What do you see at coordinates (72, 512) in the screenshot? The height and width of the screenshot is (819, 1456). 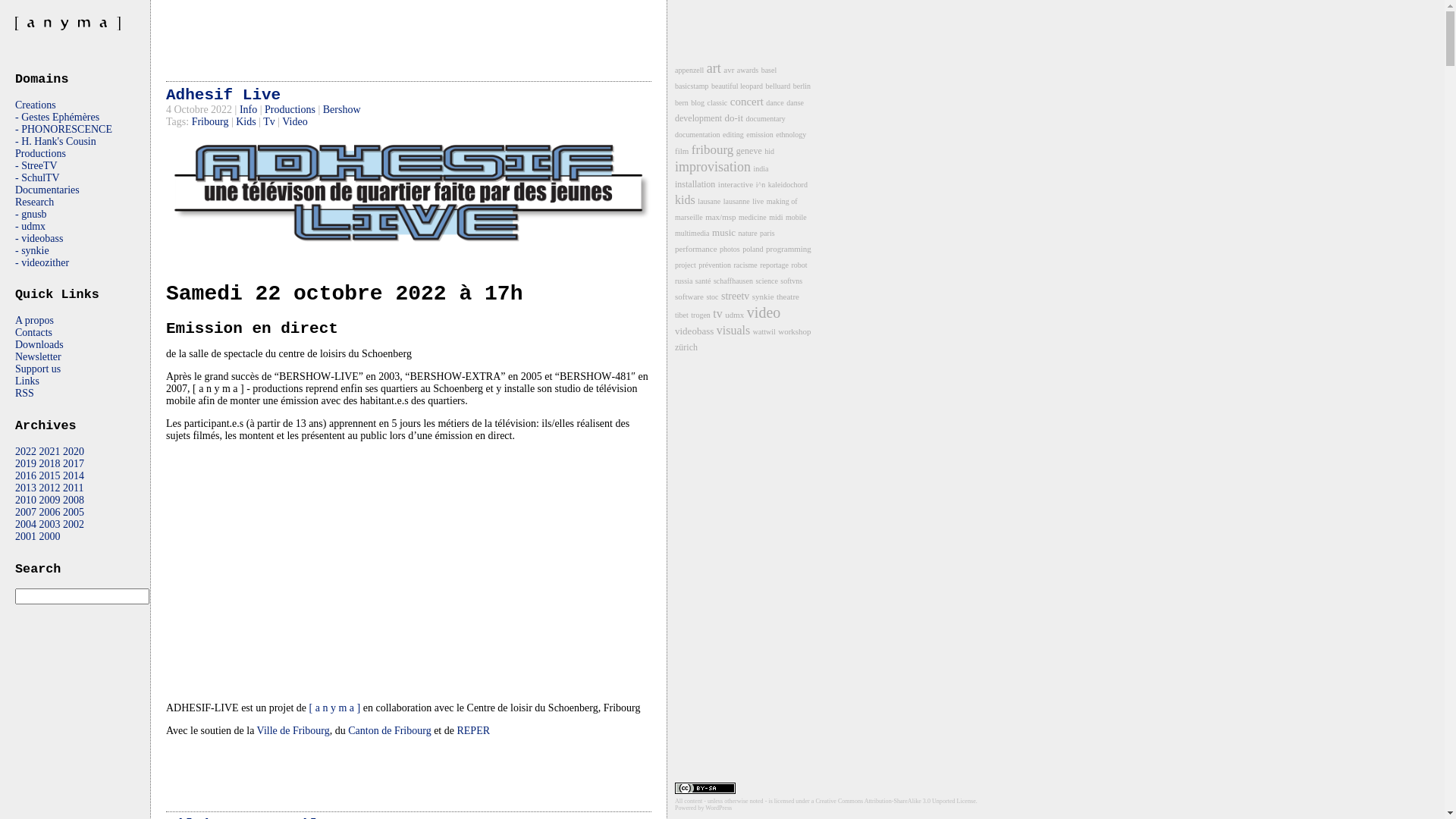 I see `'2005'` at bounding box center [72, 512].